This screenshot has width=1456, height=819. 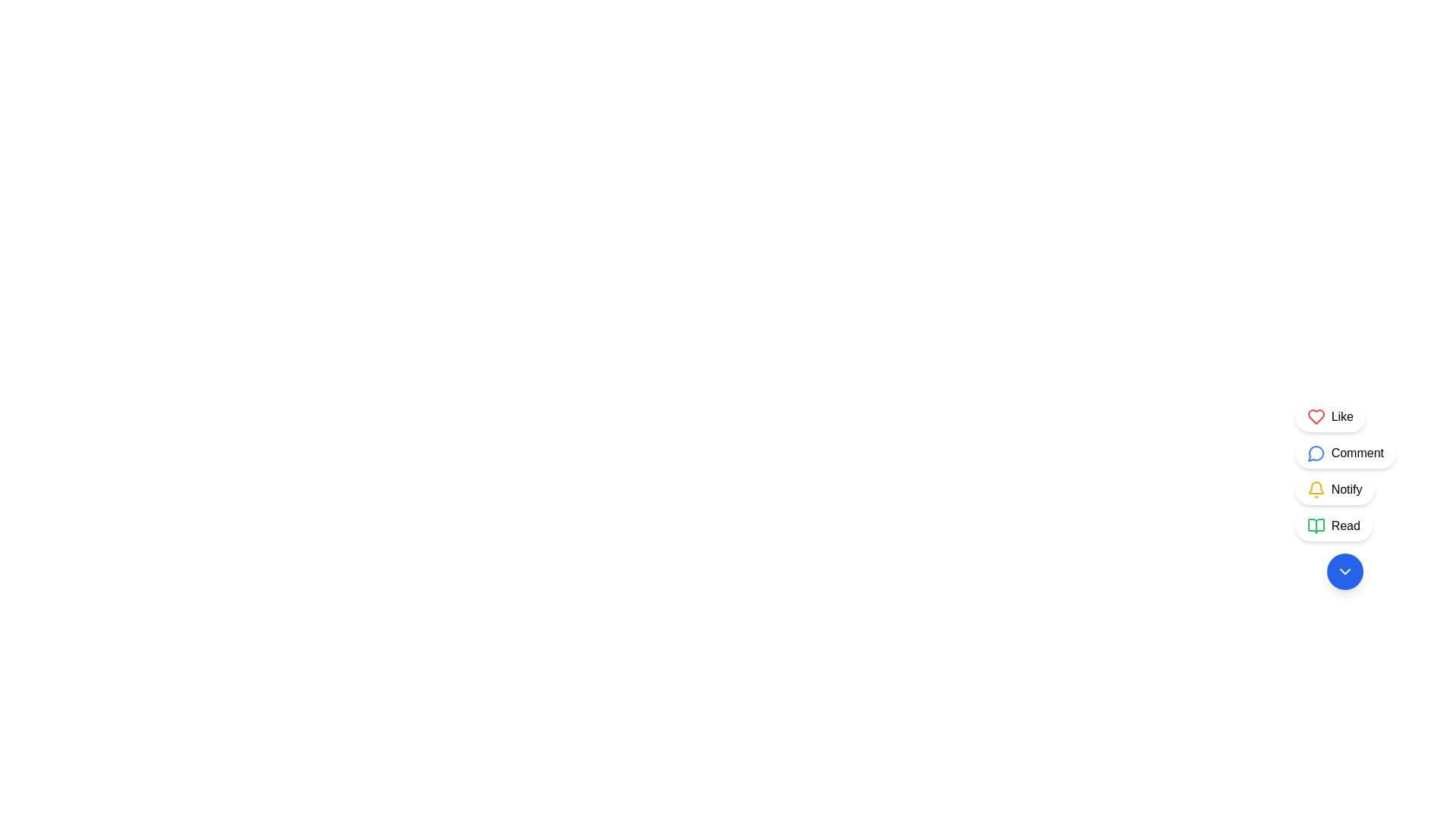 I want to click on the 'Comment' button, which is the second option from the top in the vertical list of interactive buttons on the right side, identified by the blue speech bubble icon, so click(x=1357, y=452).